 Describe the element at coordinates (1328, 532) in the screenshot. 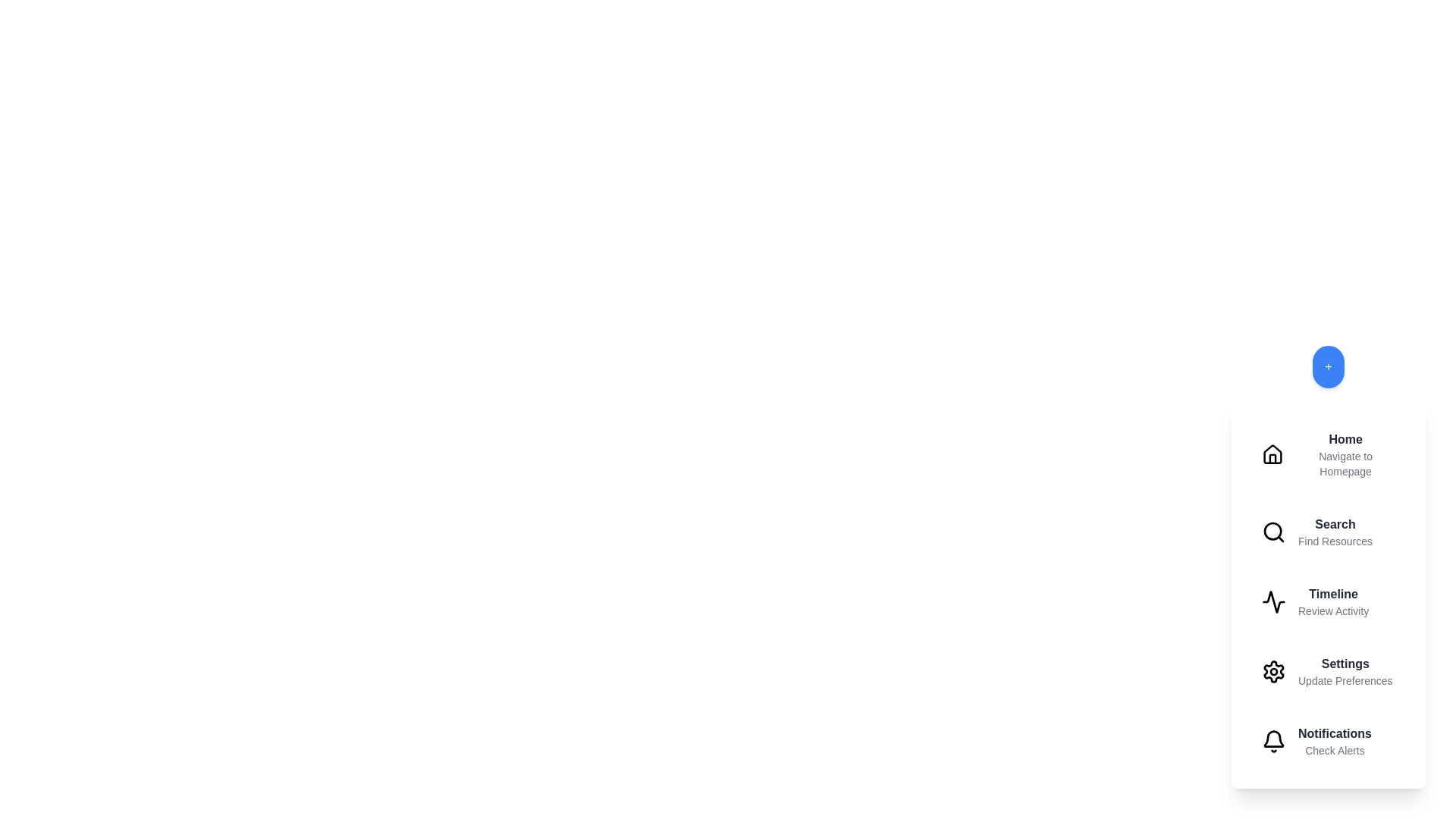

I see `the menu item labeled Search to view its hover effect` at that location.